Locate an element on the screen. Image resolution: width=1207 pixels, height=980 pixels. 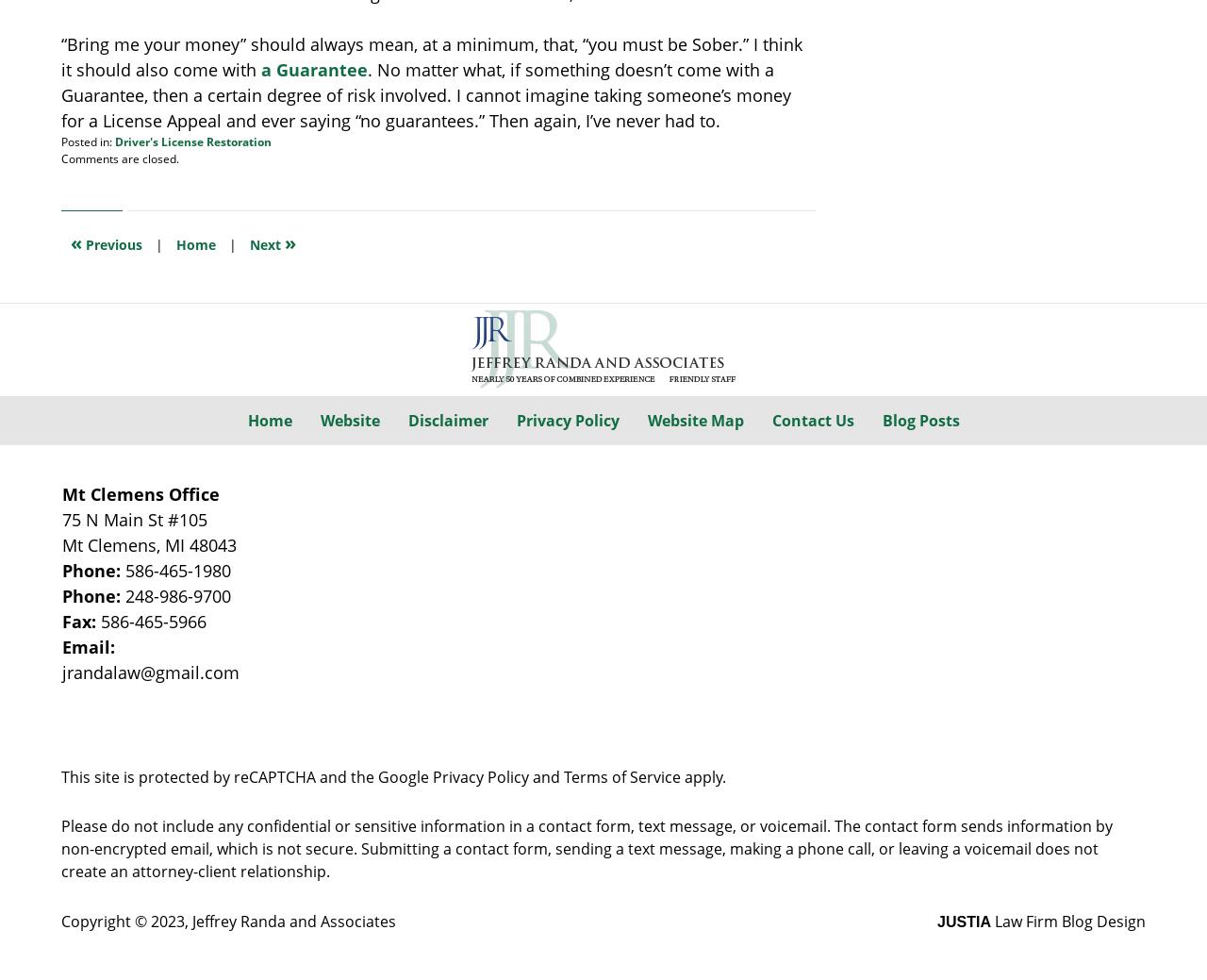
'Driver's License Restoration' is located at coordinates (113, 141).